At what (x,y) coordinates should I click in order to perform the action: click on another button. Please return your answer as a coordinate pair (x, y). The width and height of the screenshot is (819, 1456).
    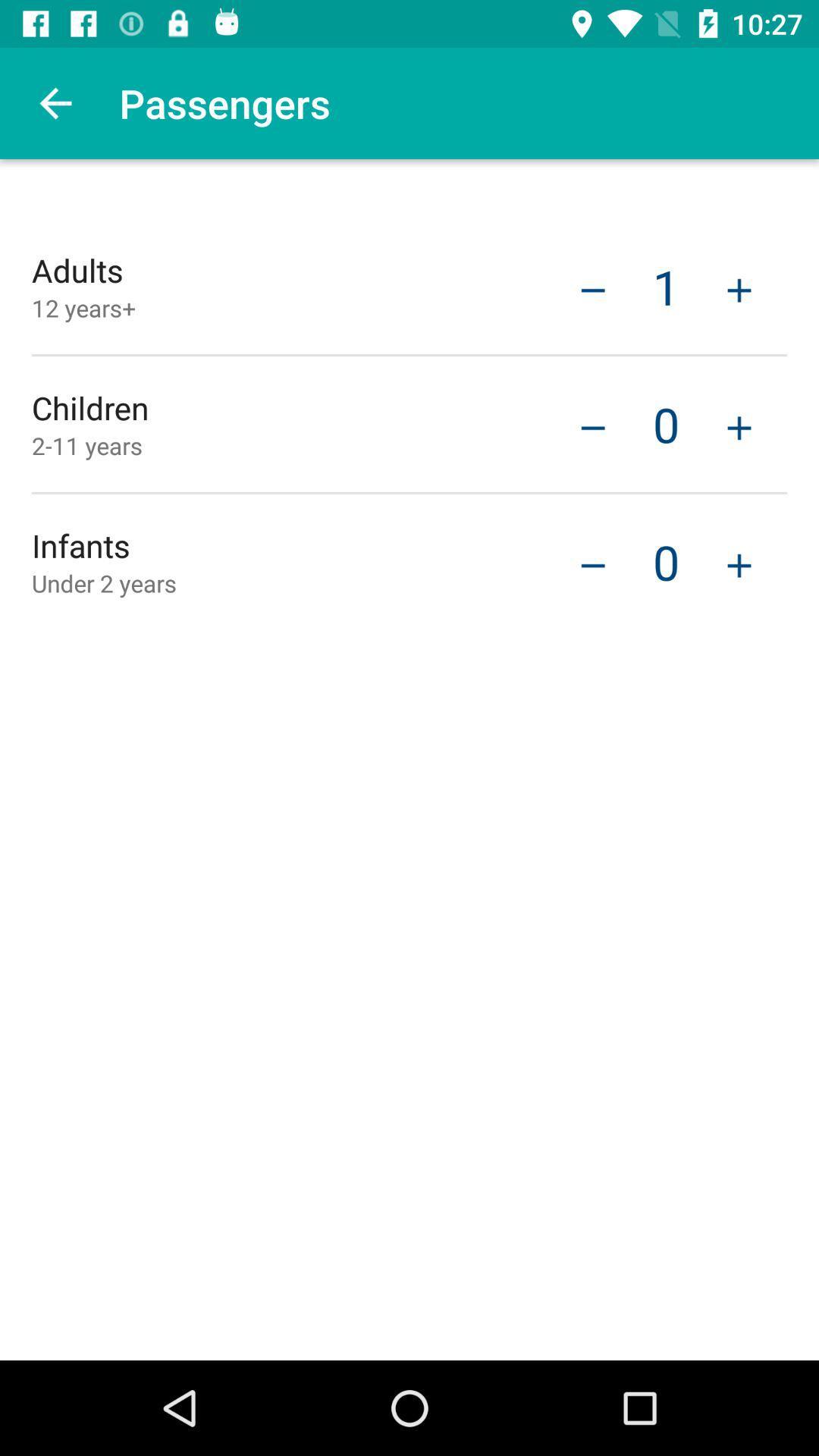
    Looking at the image, I should click on (739, 425).